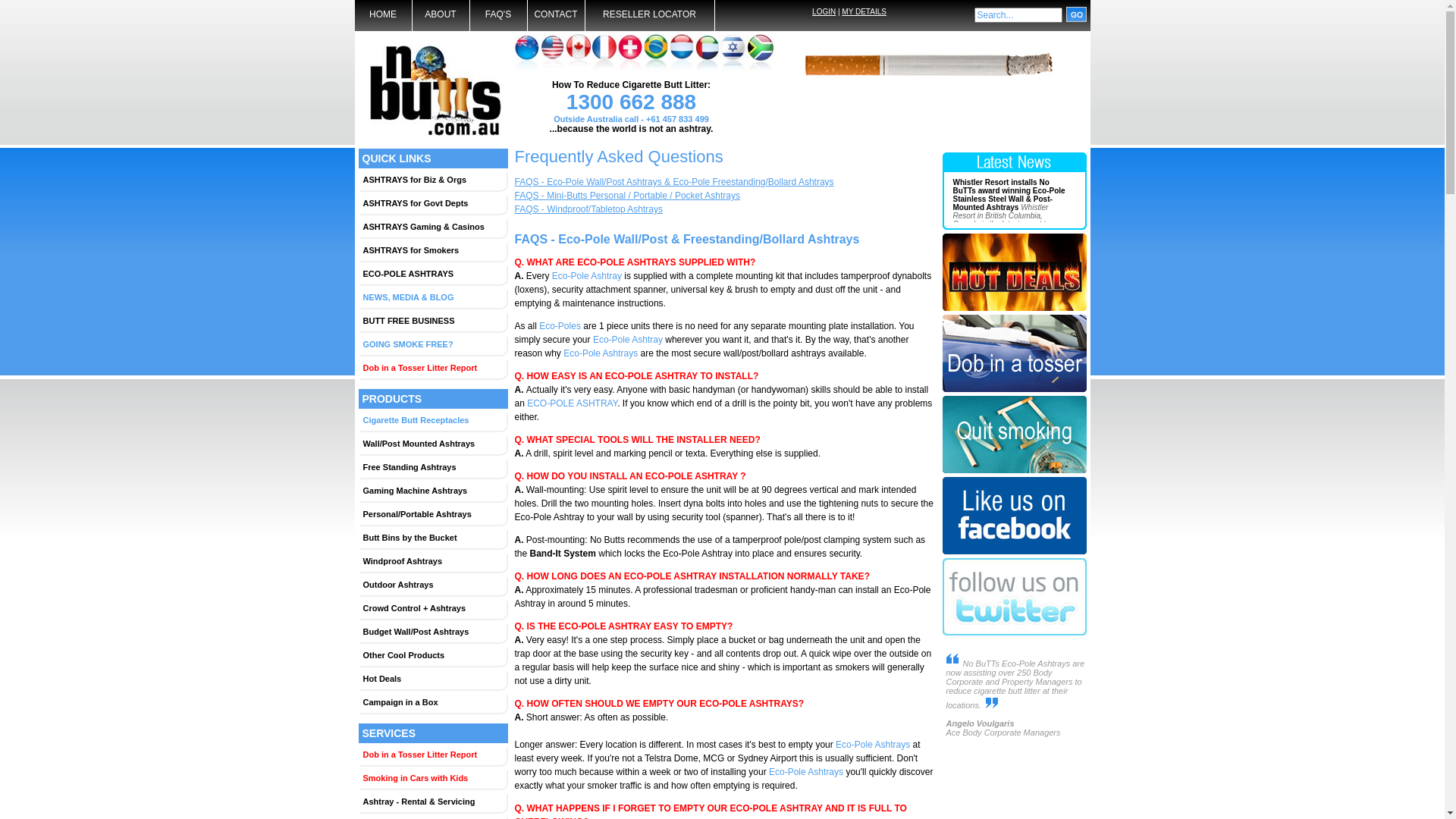  Describe the element at coordinates (1075, 14) in the screenshot. I see `'Go'` at that location.